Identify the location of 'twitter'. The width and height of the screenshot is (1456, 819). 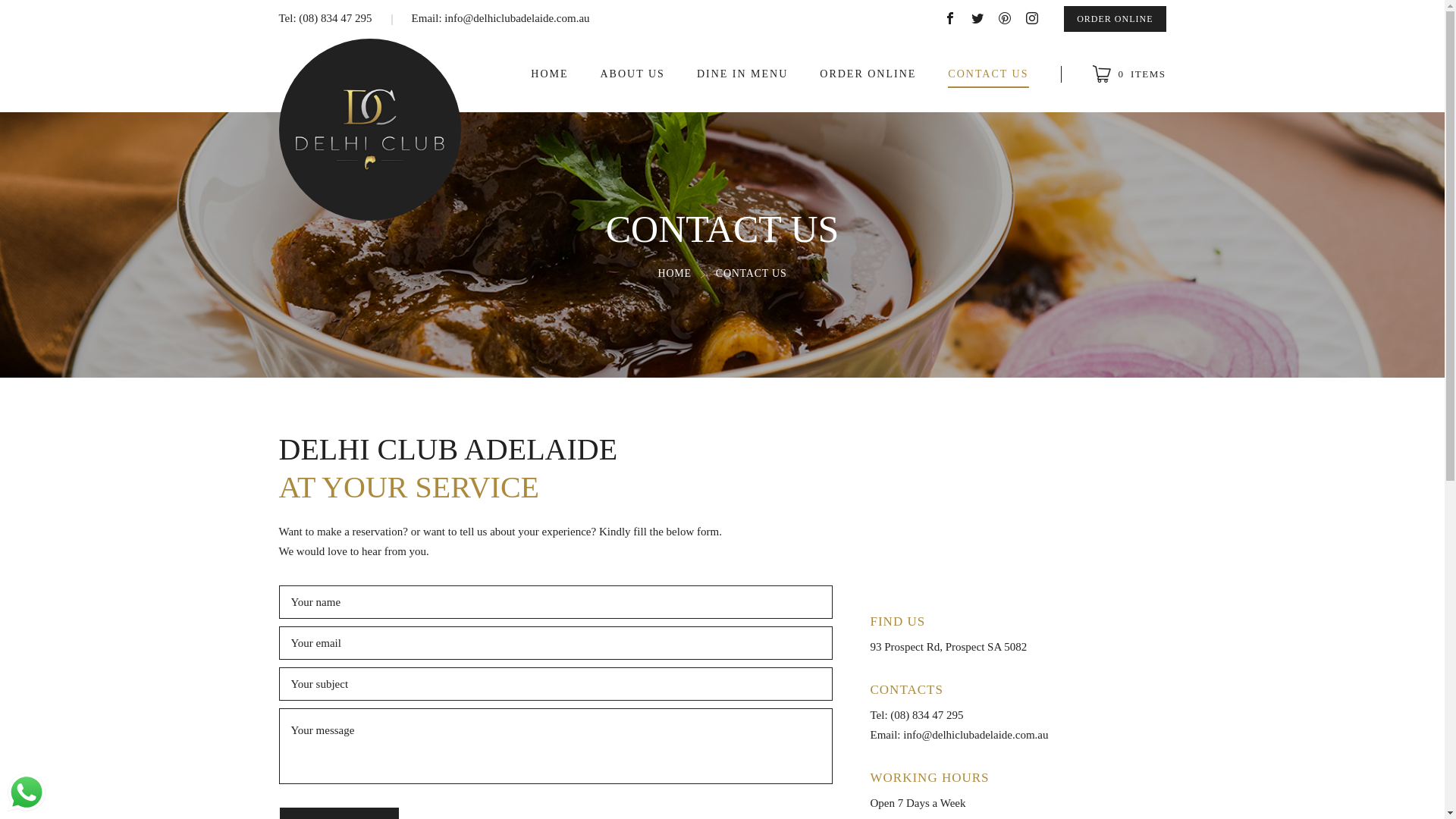
(977, 17).